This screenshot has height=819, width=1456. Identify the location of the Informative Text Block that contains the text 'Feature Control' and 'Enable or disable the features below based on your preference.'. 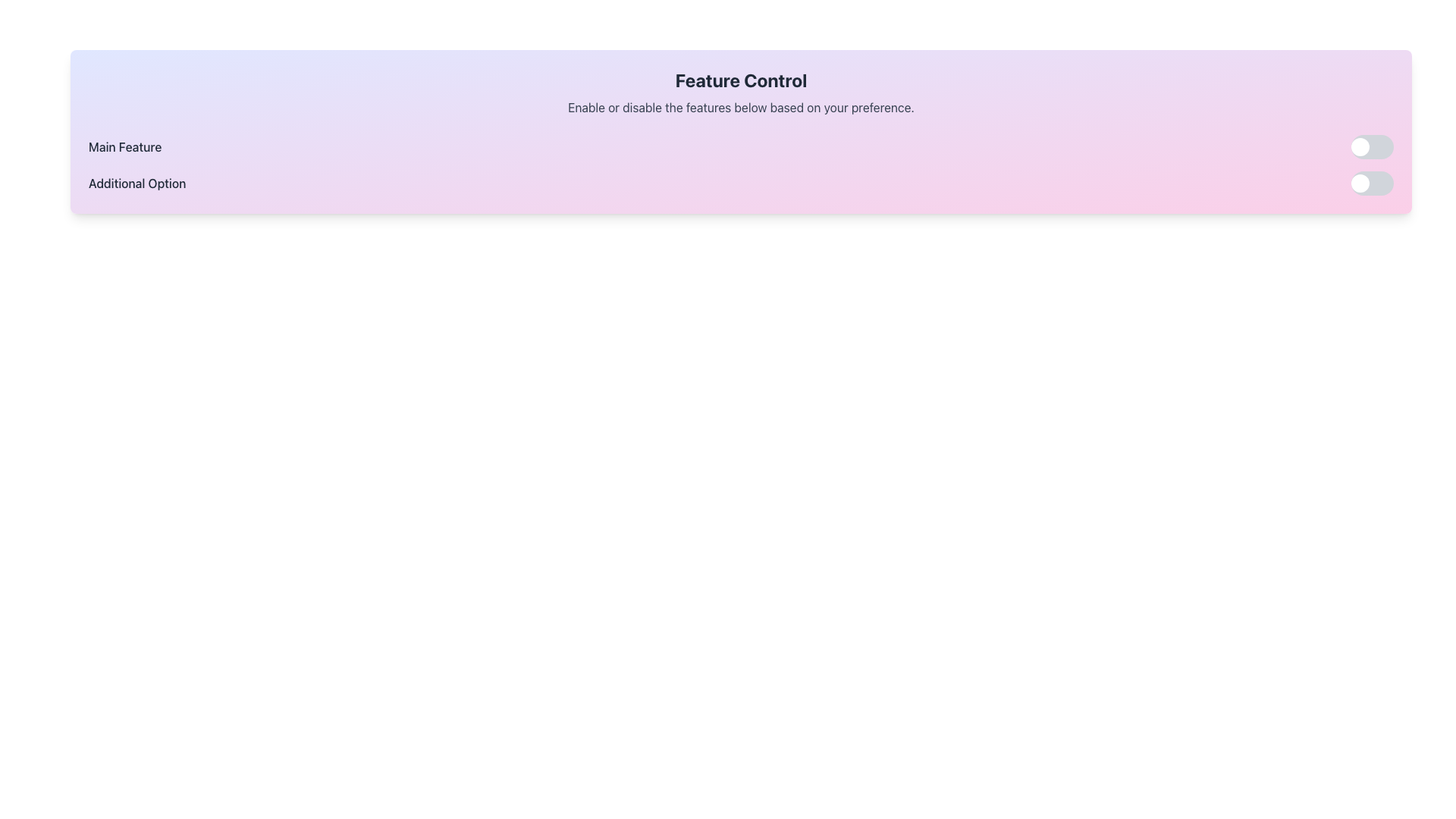
(741, 93).